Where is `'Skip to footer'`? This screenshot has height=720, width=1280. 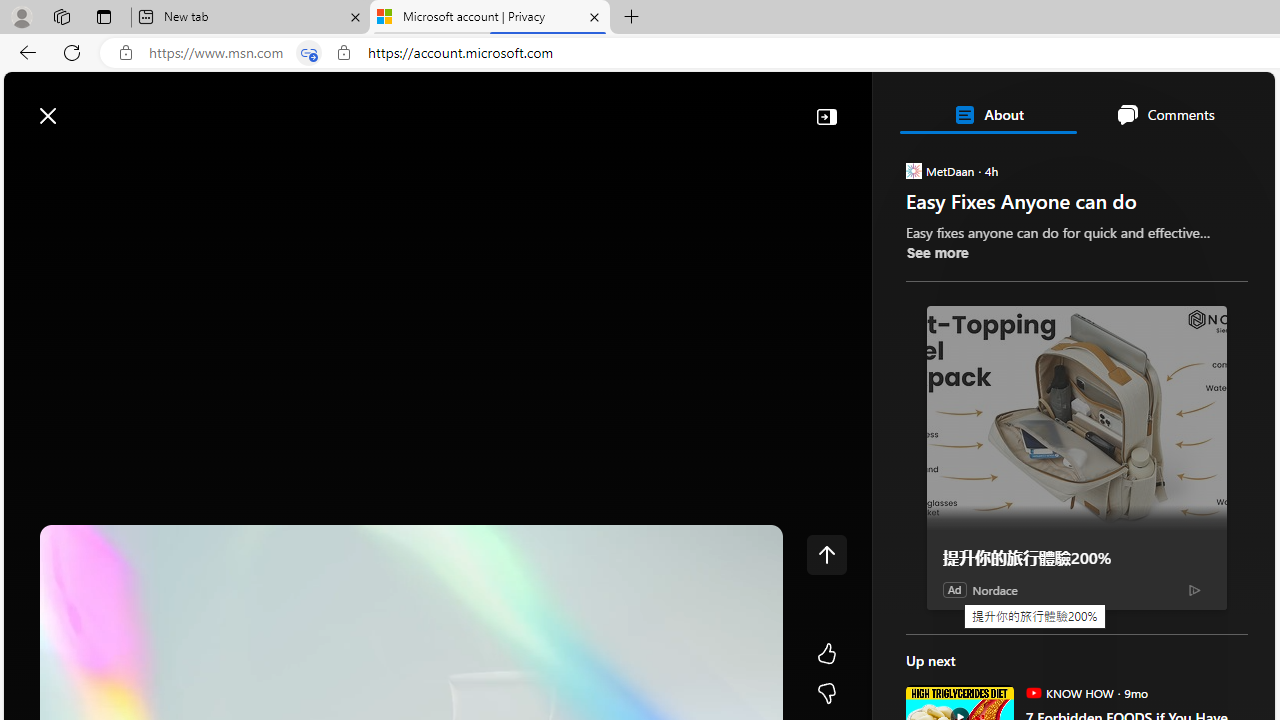
'Skip to footer' is located at coordinates (81, 105).